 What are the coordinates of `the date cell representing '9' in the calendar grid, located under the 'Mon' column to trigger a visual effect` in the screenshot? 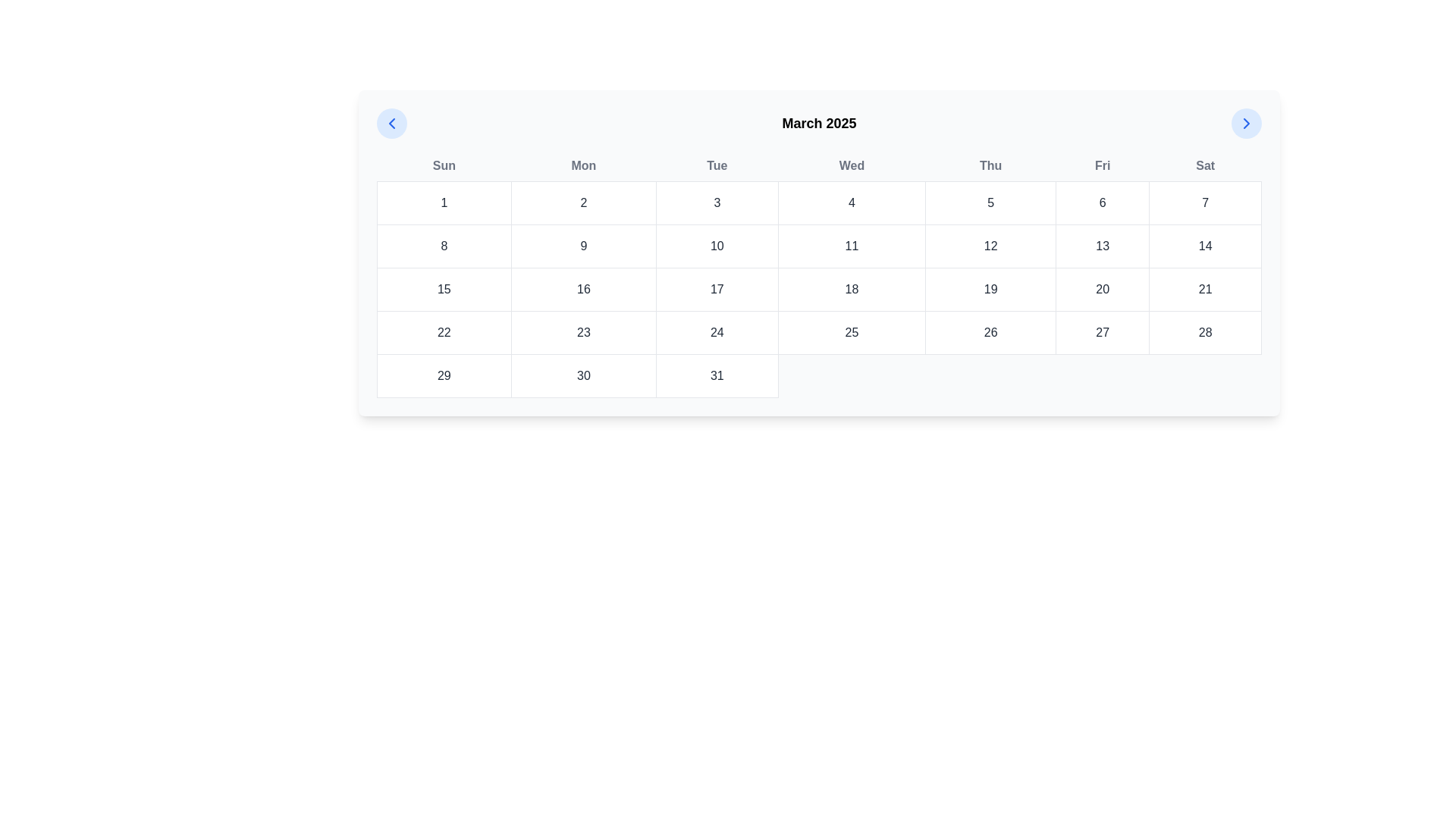 It's located at (582, 245).